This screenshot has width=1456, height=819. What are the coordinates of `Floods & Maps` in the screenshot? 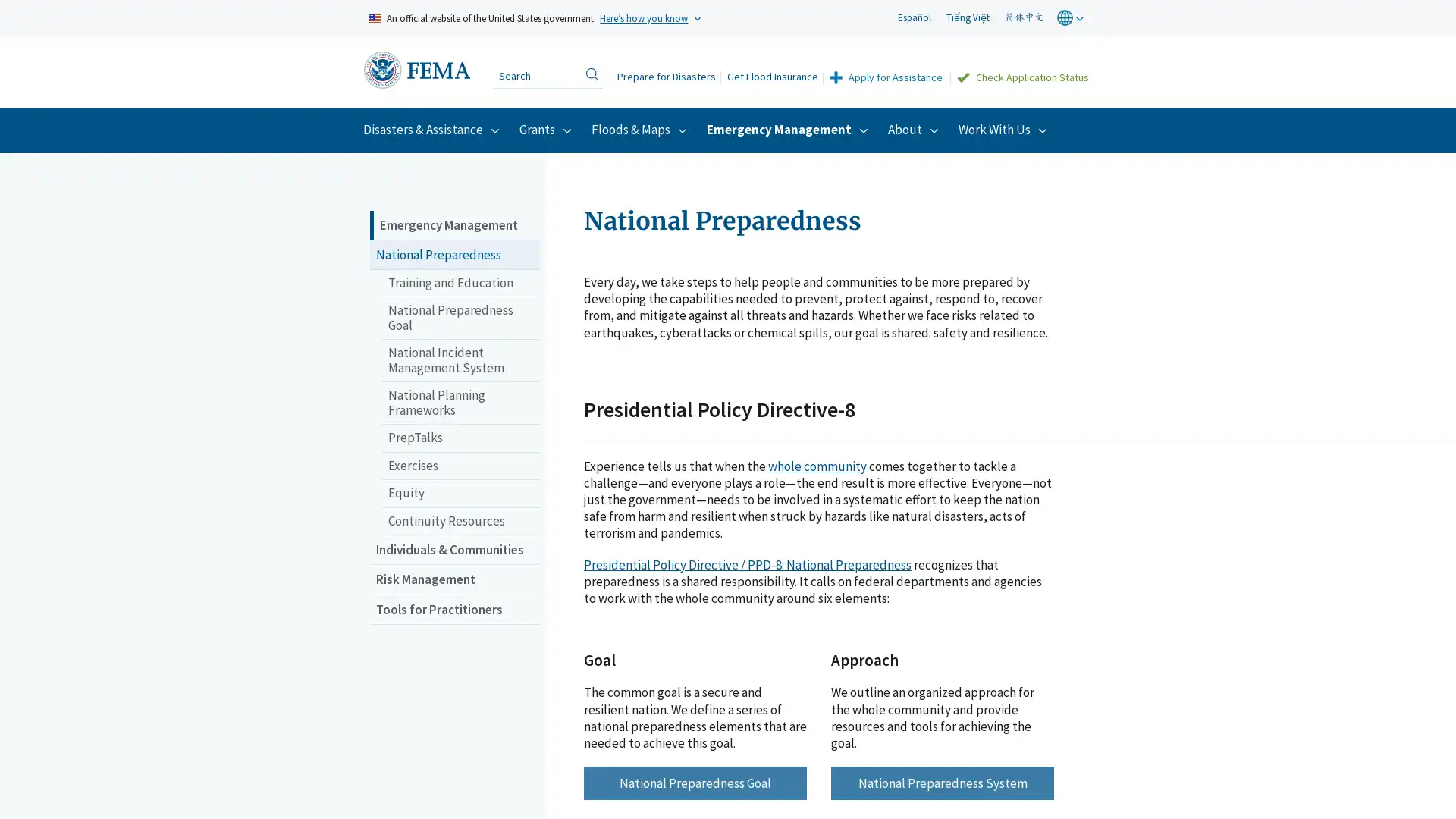 It's located at (641, 128).